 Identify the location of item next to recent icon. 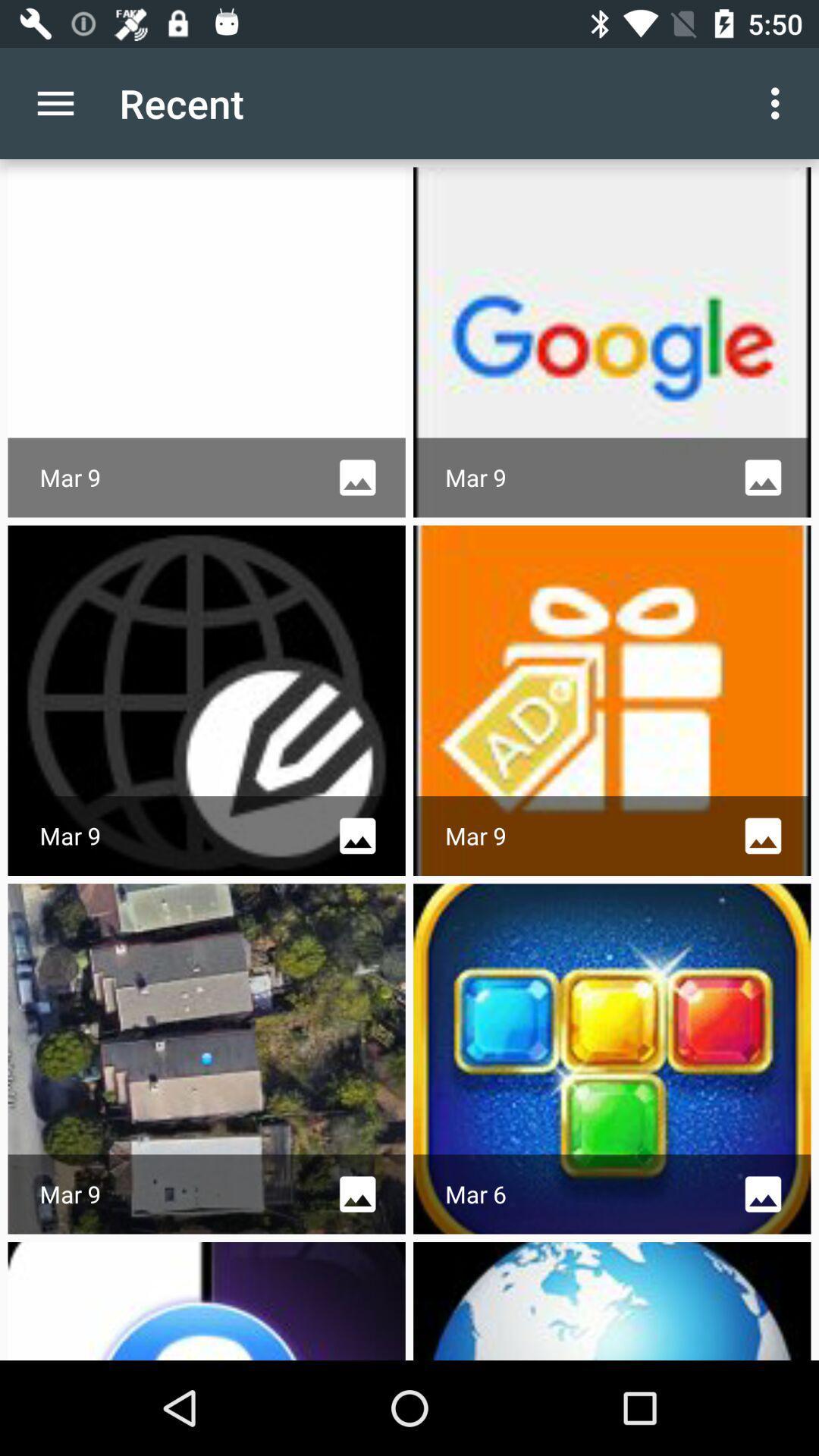
(779, 102).